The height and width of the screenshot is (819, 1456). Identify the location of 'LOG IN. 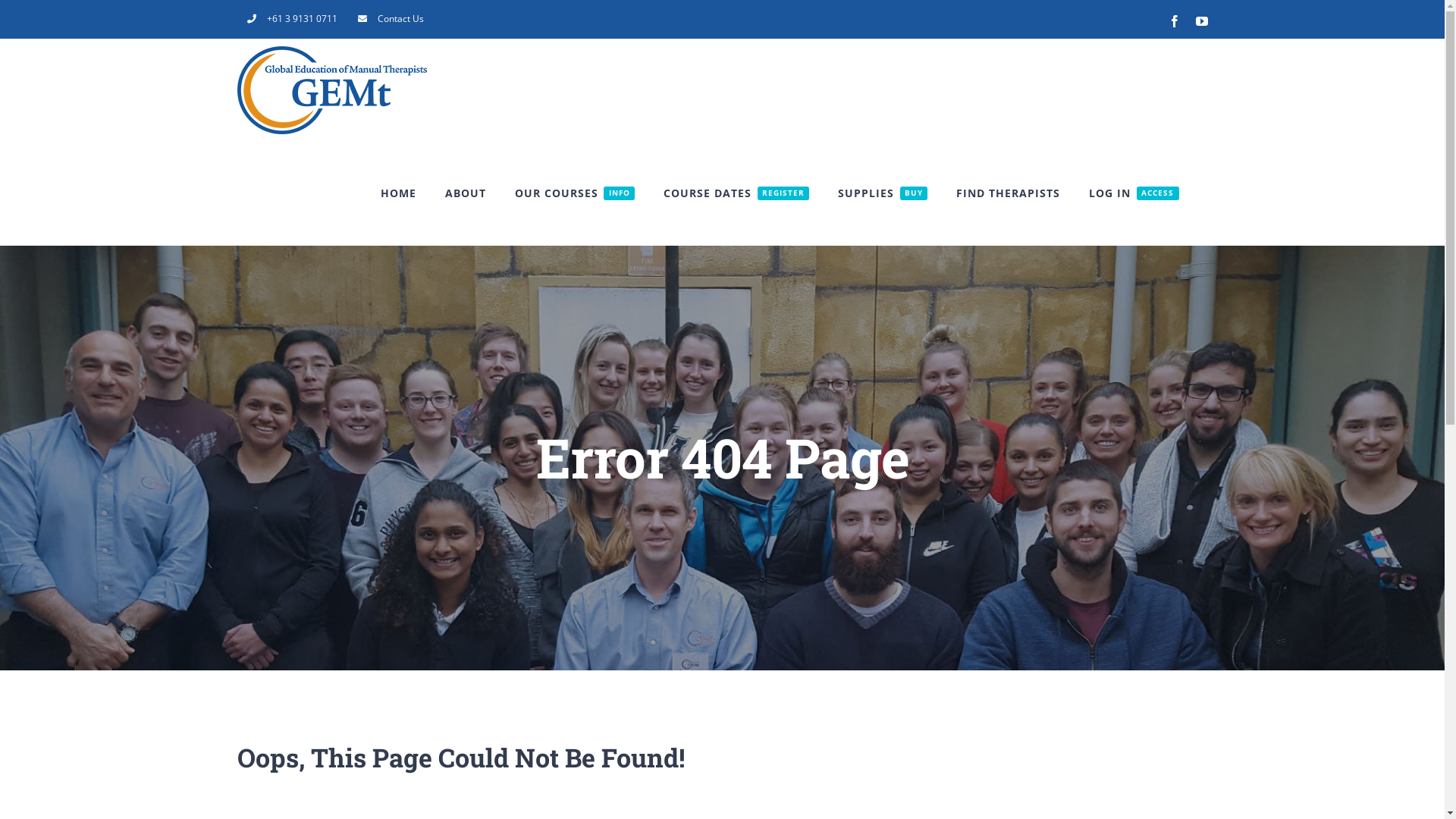
(1133, 192).